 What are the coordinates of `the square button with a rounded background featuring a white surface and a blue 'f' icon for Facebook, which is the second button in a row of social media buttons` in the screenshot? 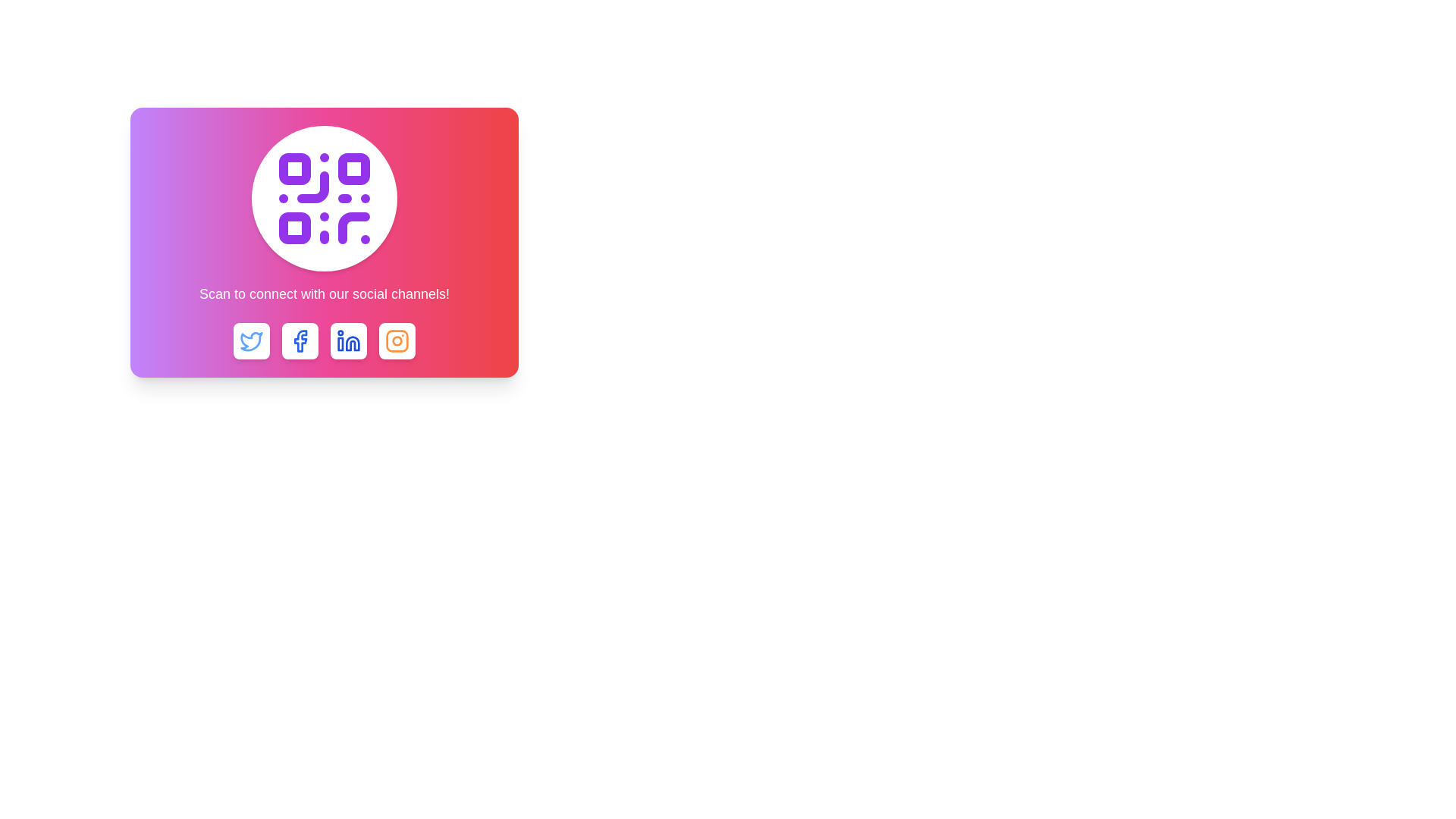 It's located at (300, 341).